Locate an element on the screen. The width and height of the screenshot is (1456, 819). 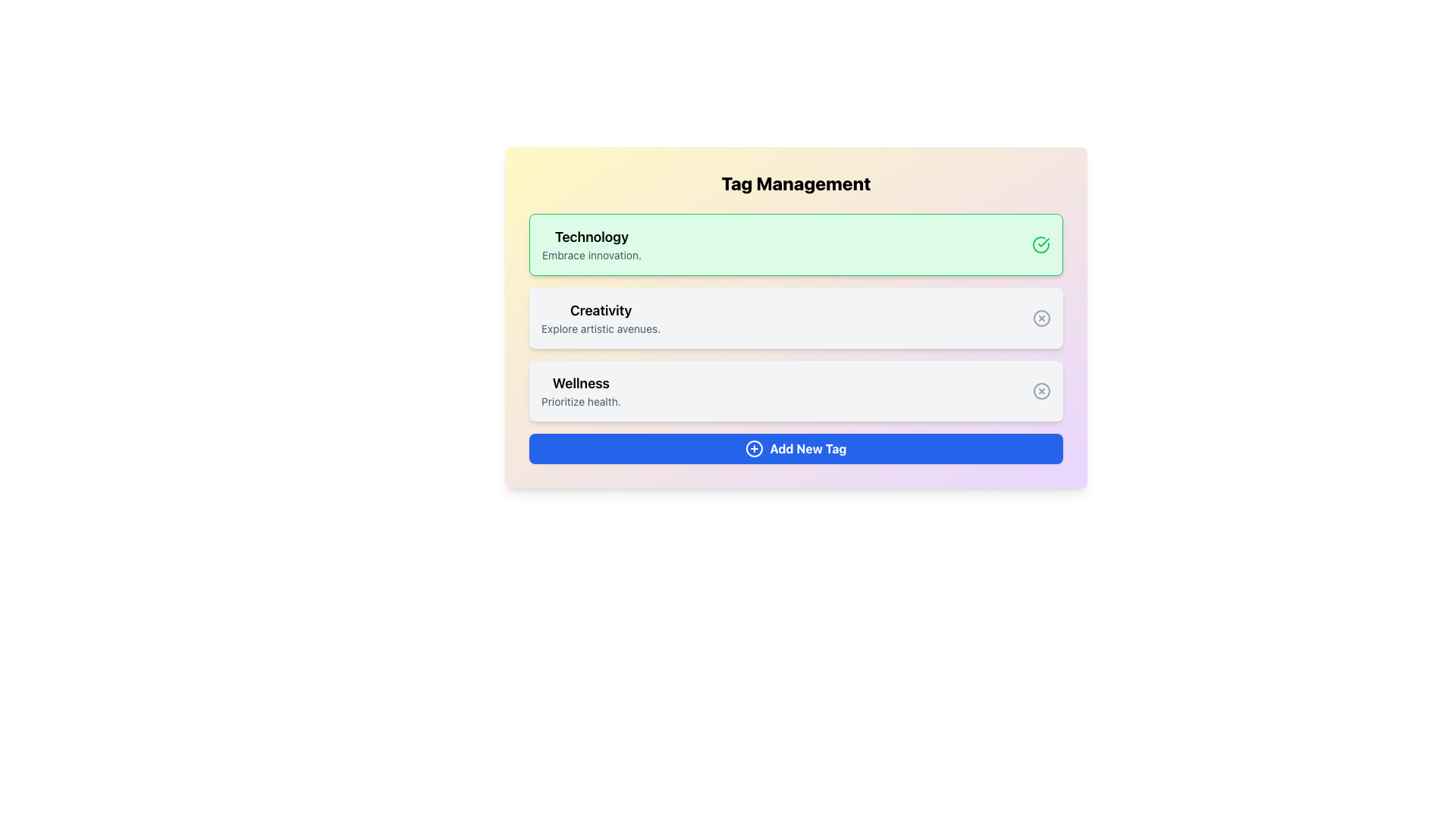
the text label that serves as the title for the 'Technology' category in the 'Tag Management' section, which is located within the topmost card of the vertical list is located at coordinates (591, 237).